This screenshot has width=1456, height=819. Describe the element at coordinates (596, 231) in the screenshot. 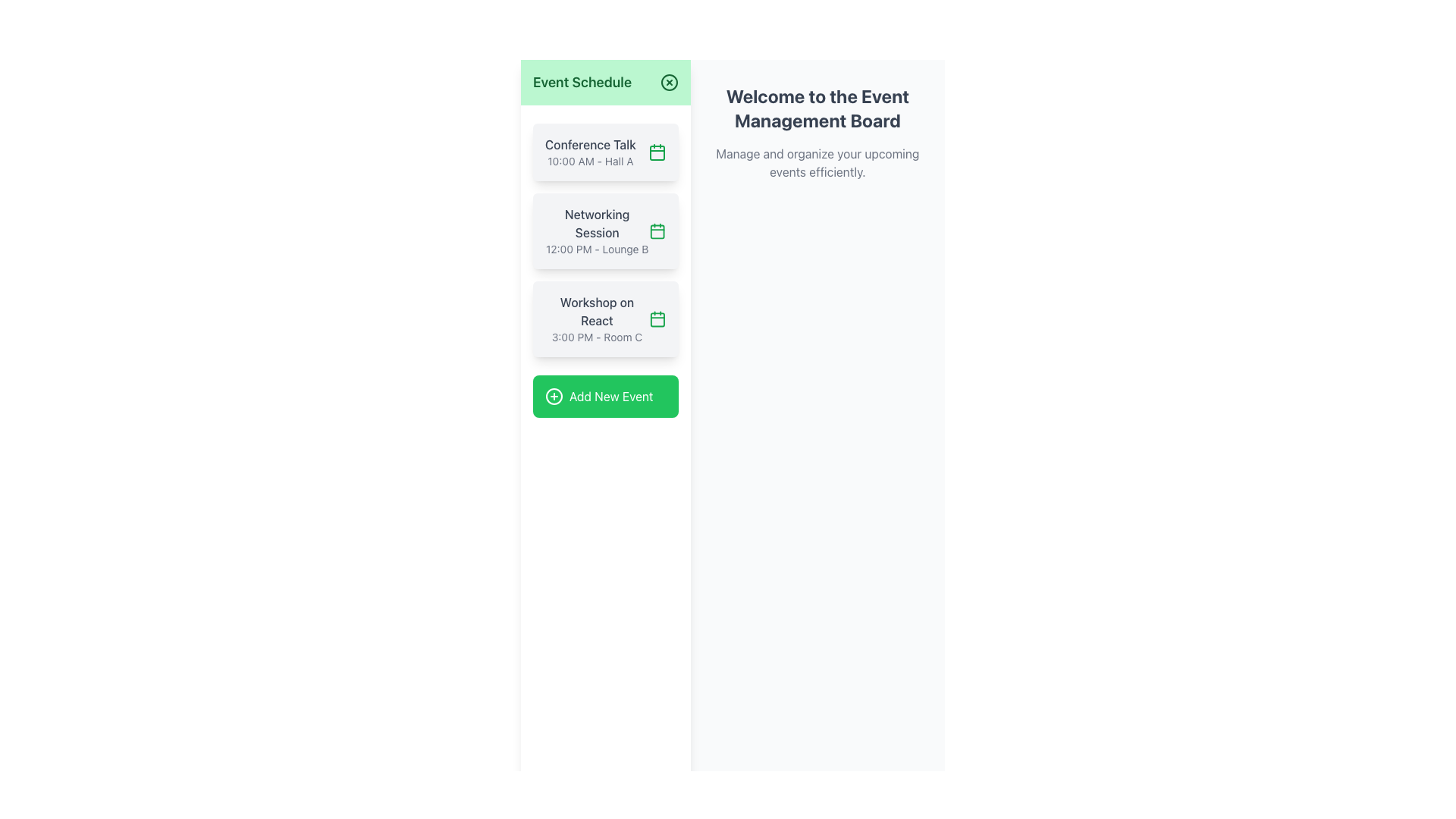

I see `the Text Display element that shows the title 'Networking Session', which is the second item in the vertical list of event cards in the left-hand sidebar` at that location.